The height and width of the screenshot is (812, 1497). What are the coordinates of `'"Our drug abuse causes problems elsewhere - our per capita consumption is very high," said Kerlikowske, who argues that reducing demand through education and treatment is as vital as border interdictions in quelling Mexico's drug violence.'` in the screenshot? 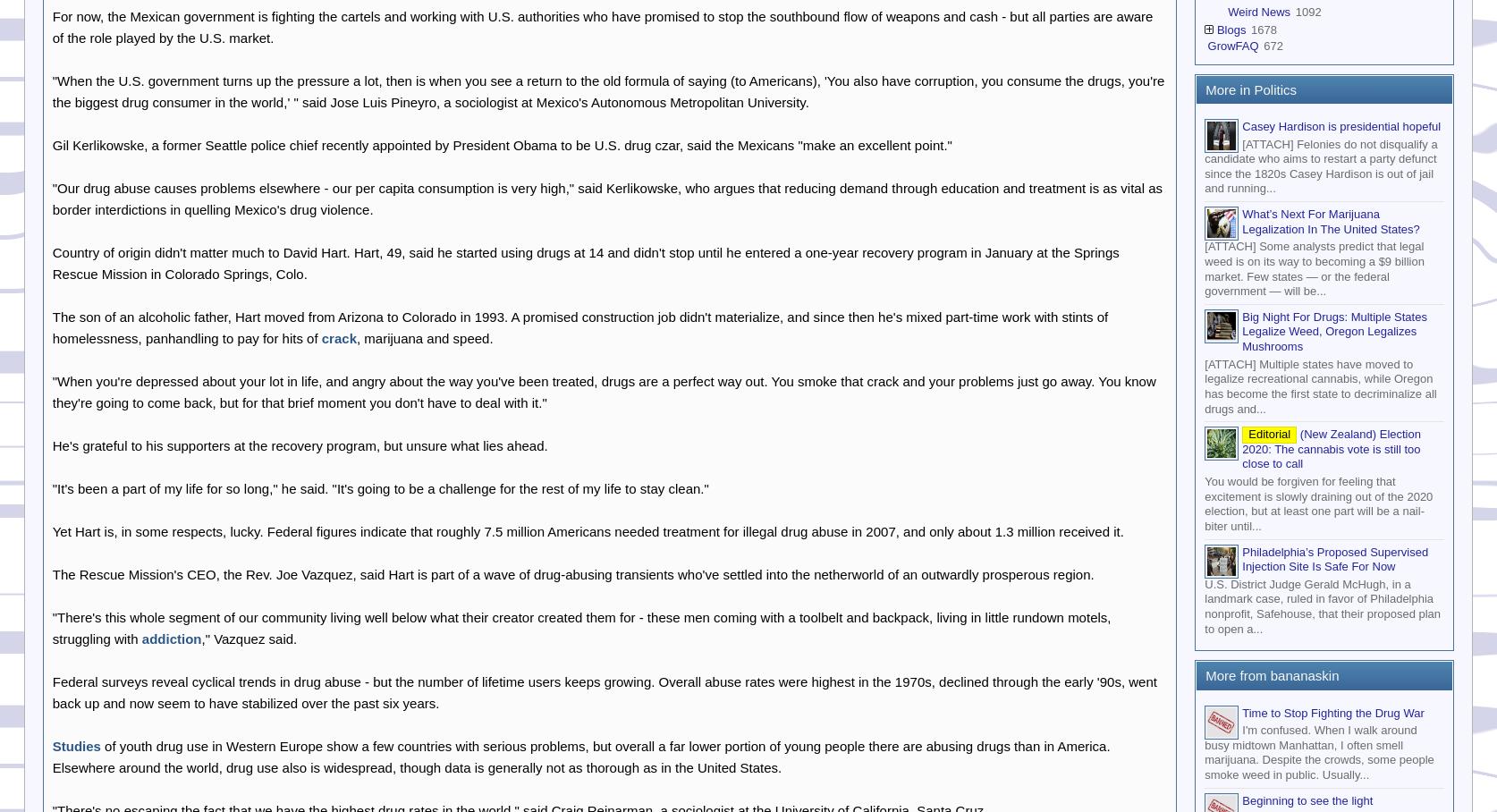 It's located at (606, 198).